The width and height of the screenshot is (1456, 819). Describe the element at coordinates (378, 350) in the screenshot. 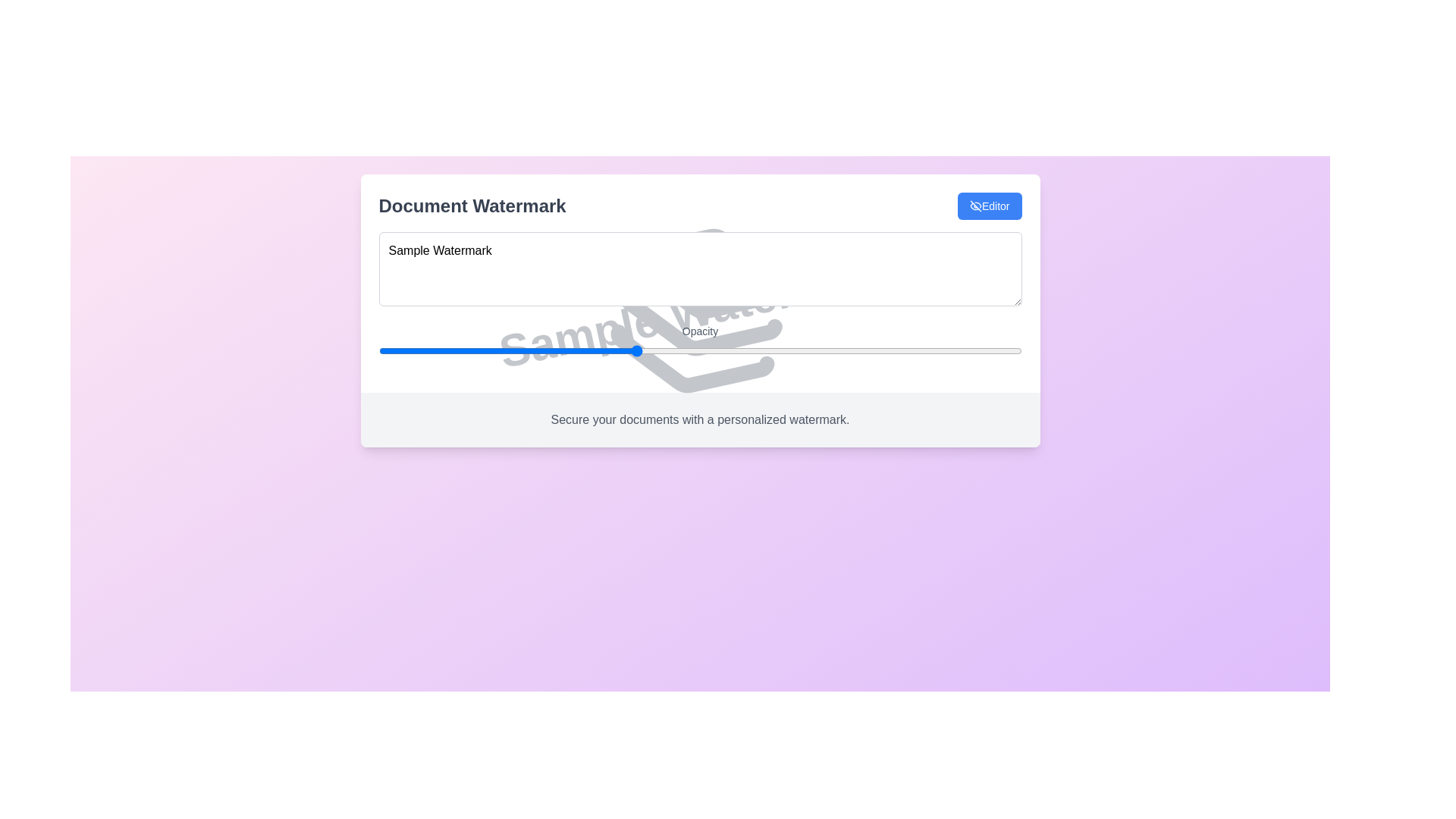

I see `opacity` at that location.